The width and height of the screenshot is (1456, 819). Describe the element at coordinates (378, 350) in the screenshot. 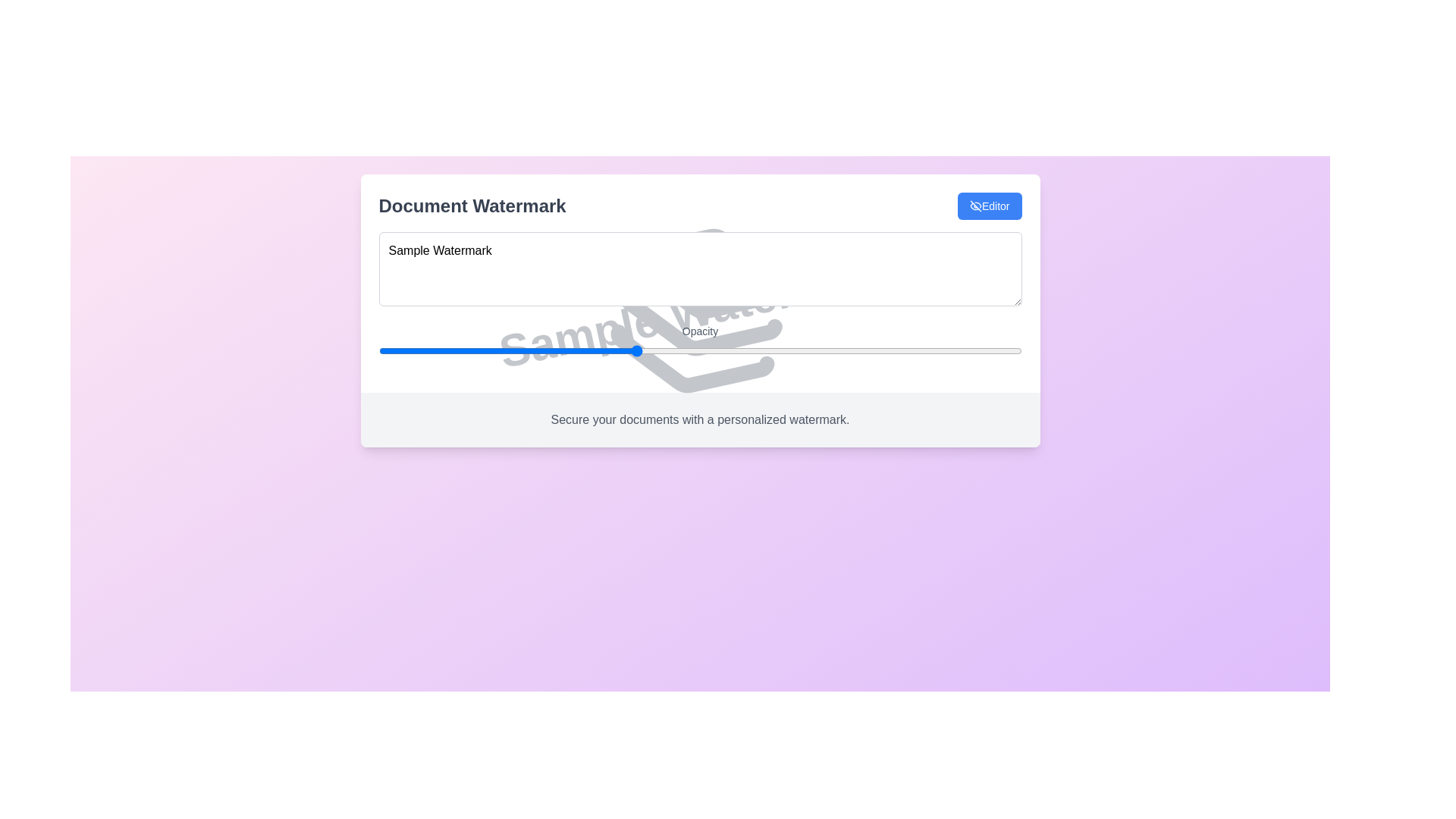

I see `opacity` at that location.